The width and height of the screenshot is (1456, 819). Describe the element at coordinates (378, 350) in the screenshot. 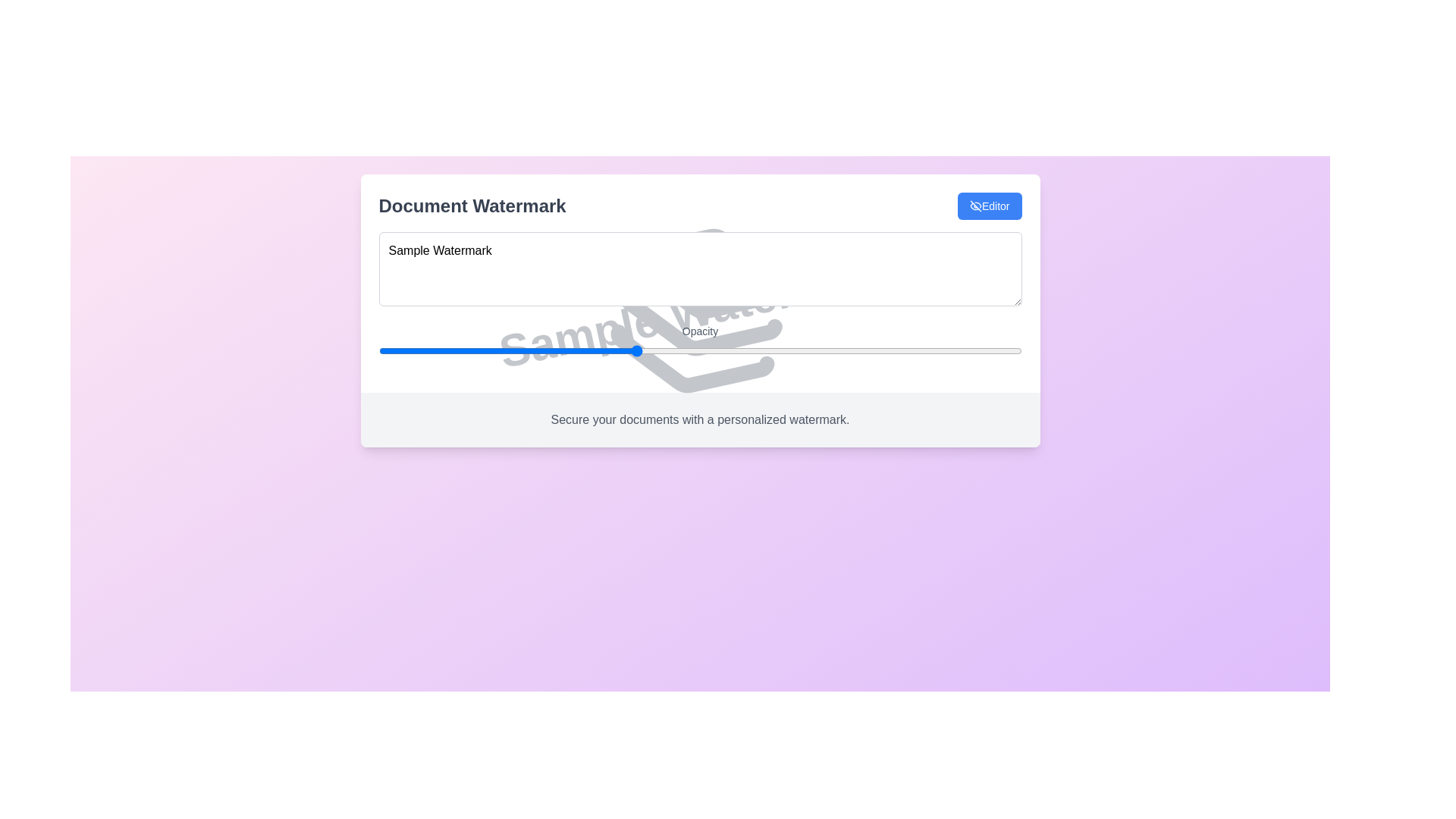

I see `opacity` at that location.